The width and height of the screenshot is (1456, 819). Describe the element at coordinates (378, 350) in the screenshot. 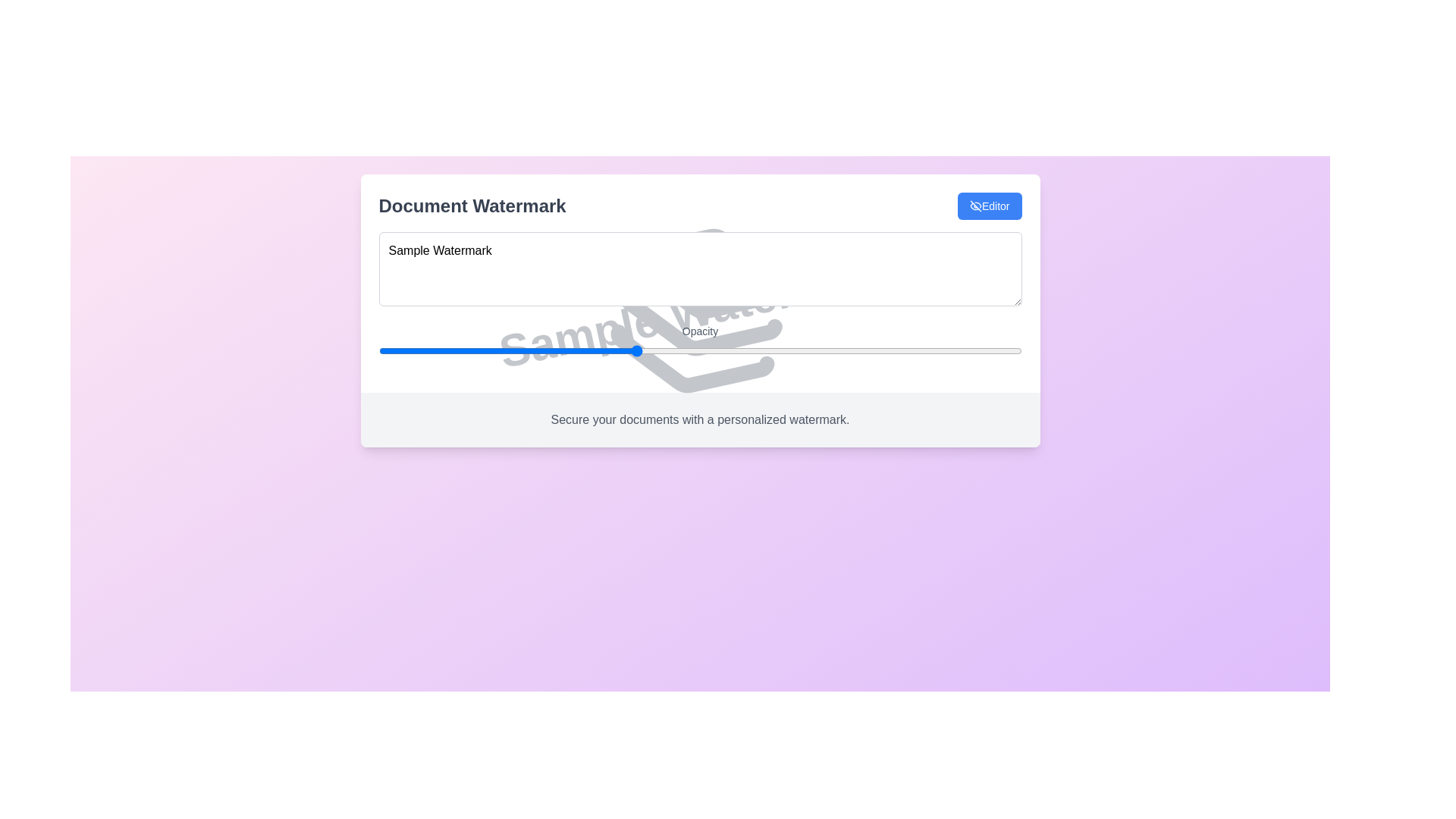

I see `opacity` at that location.